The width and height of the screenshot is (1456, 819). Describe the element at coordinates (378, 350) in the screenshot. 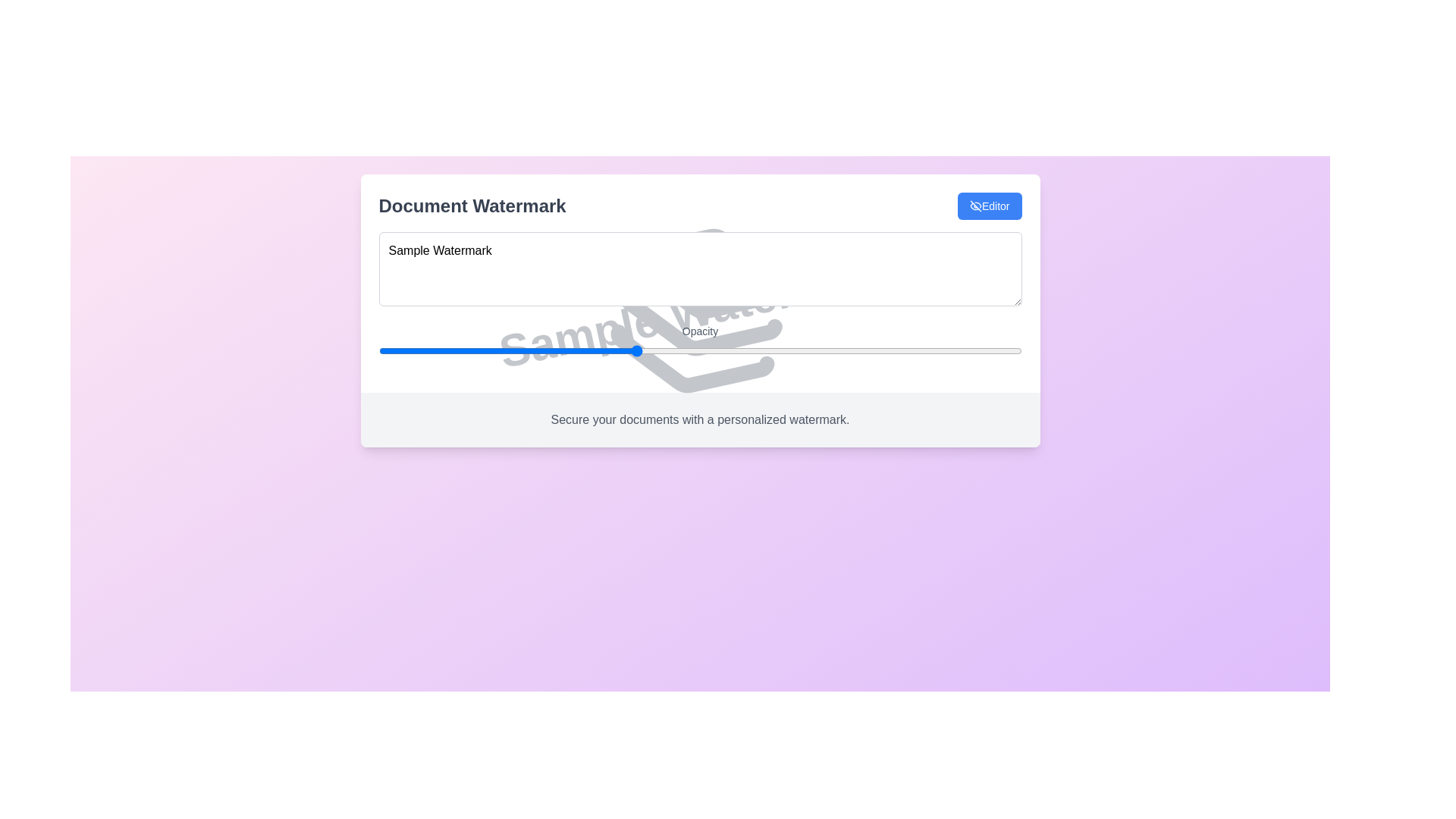

I see `opacity` at that location.